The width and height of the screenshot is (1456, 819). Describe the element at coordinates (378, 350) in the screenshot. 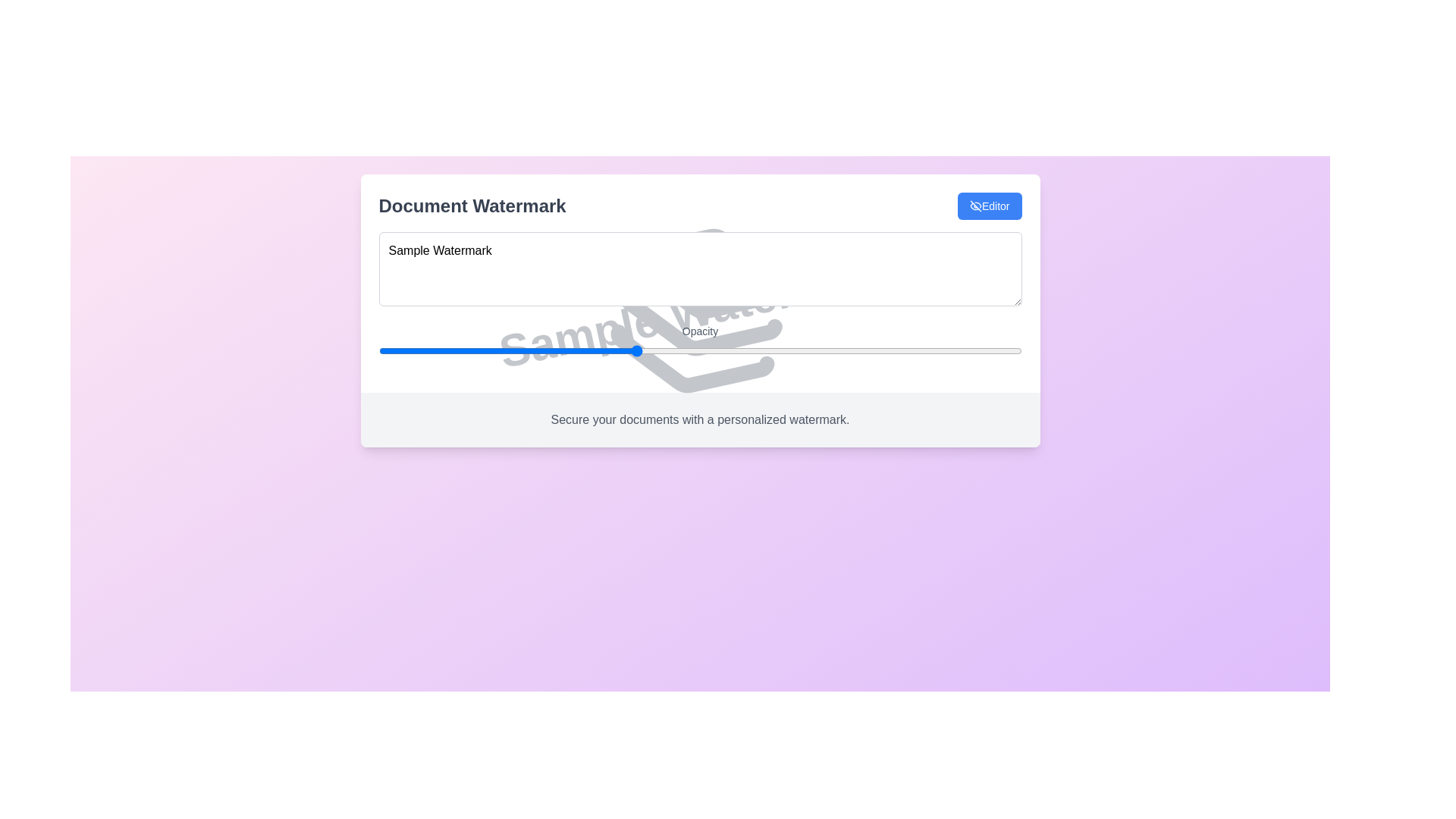

I see `opacity` at that location.